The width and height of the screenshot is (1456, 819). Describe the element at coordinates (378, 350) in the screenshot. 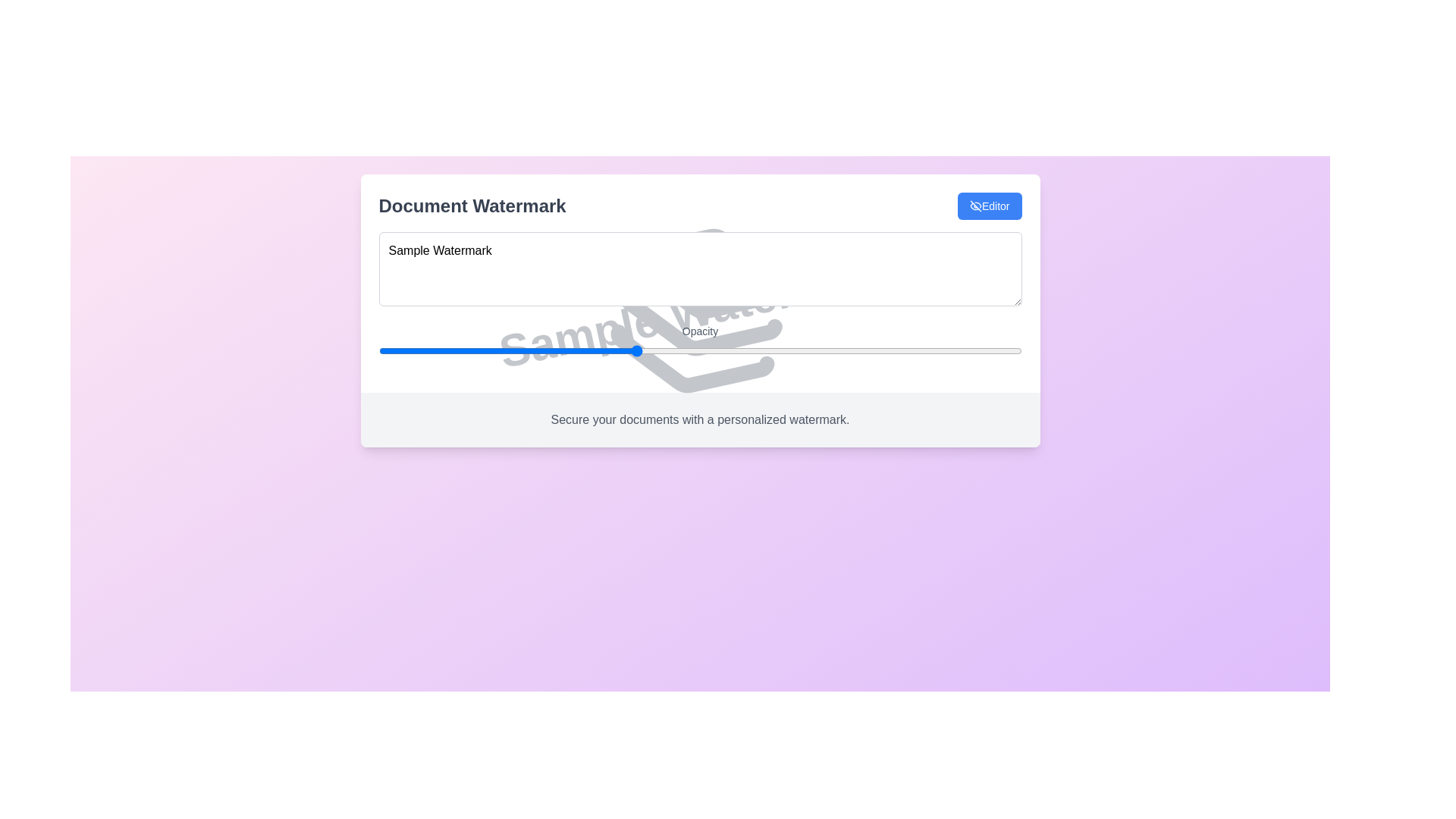

I see `opacity` at that location.